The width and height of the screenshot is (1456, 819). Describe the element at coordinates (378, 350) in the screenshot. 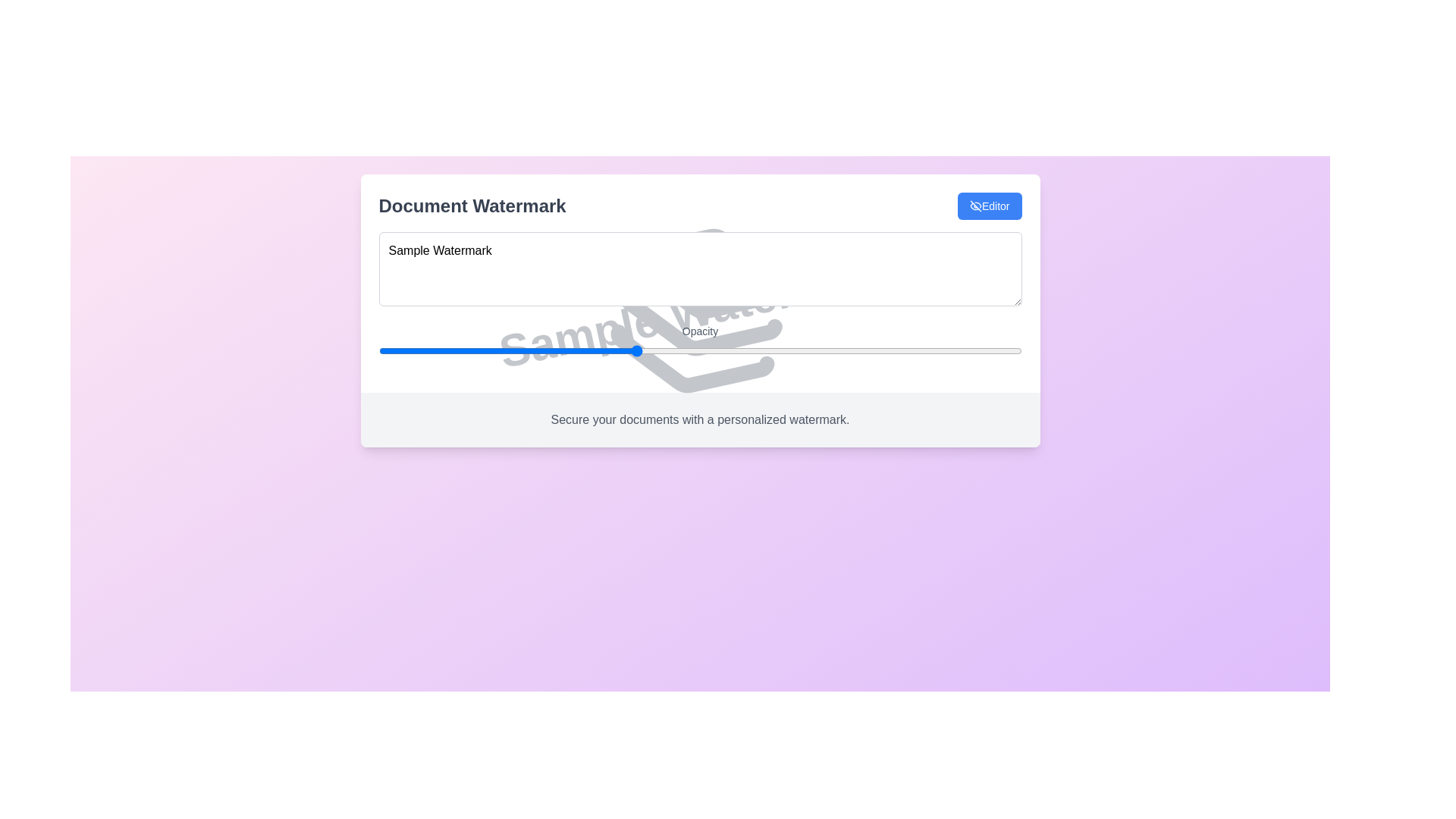

I see `opacity` at that location.